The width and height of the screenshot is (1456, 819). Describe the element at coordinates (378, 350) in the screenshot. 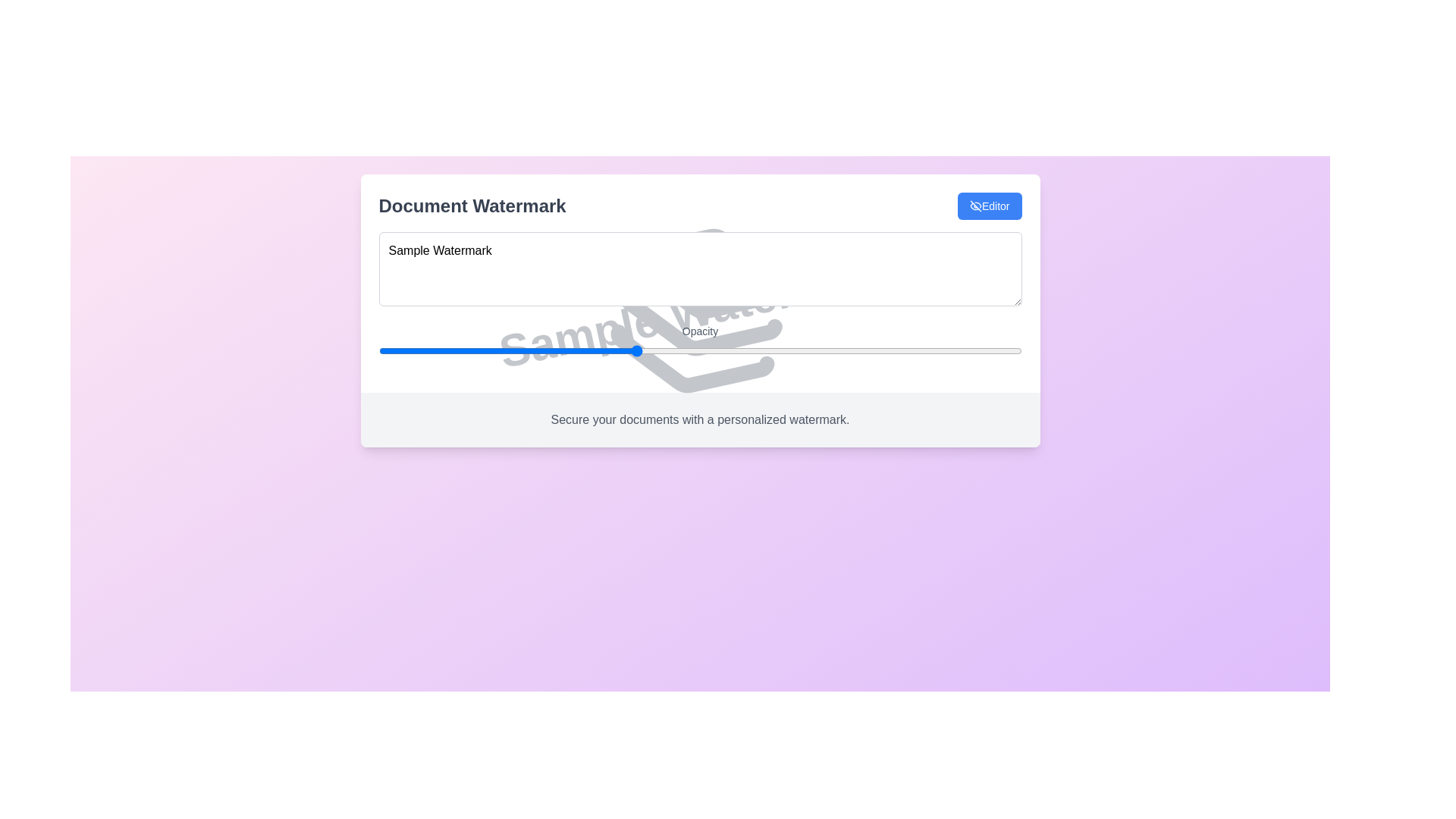

I see `opacity` at that location.